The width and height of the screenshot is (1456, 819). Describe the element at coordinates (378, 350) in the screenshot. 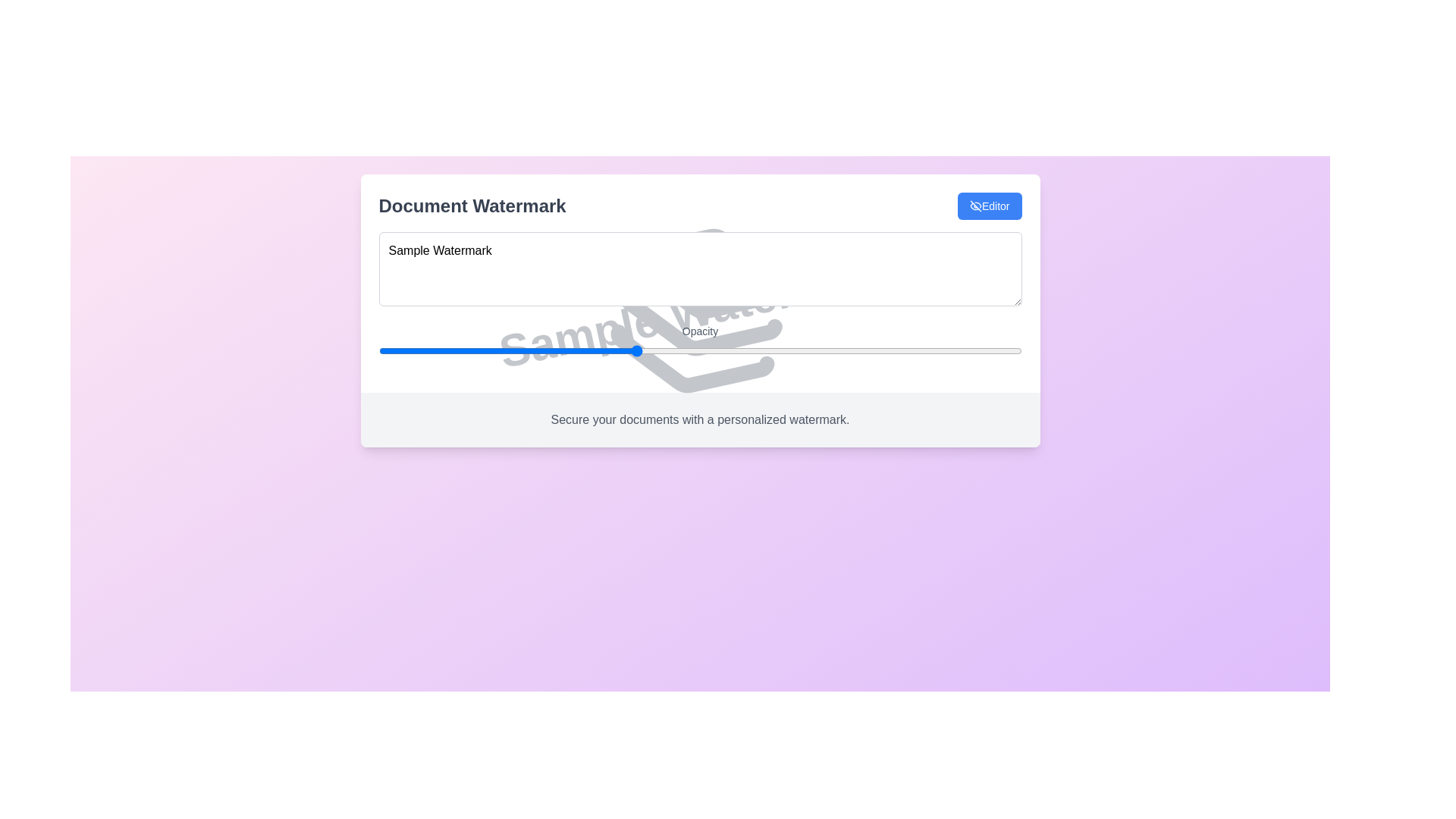

I see `opacity` at that location.